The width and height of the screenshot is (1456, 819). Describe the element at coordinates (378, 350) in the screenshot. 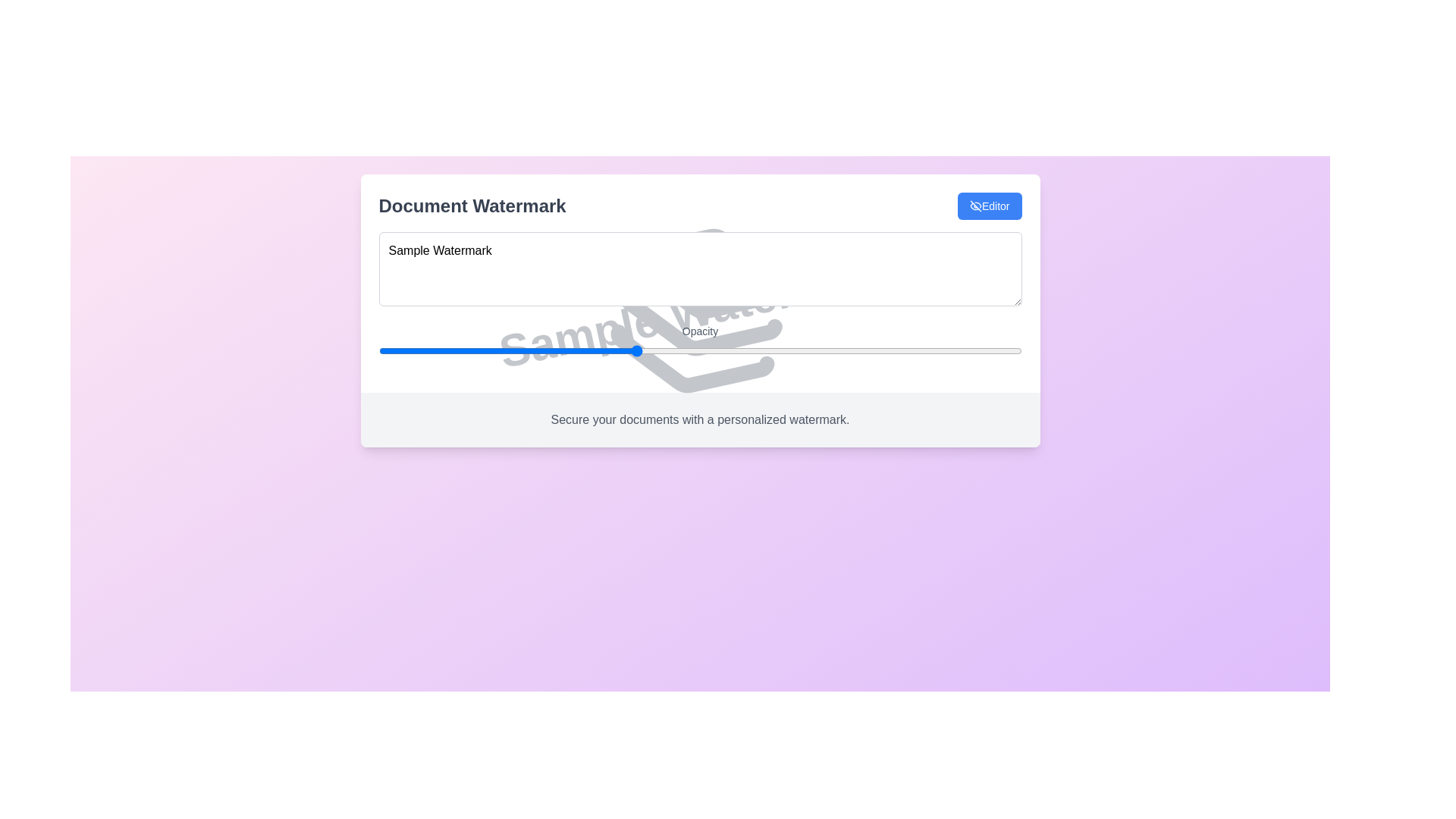

I see `opacity` at that location.